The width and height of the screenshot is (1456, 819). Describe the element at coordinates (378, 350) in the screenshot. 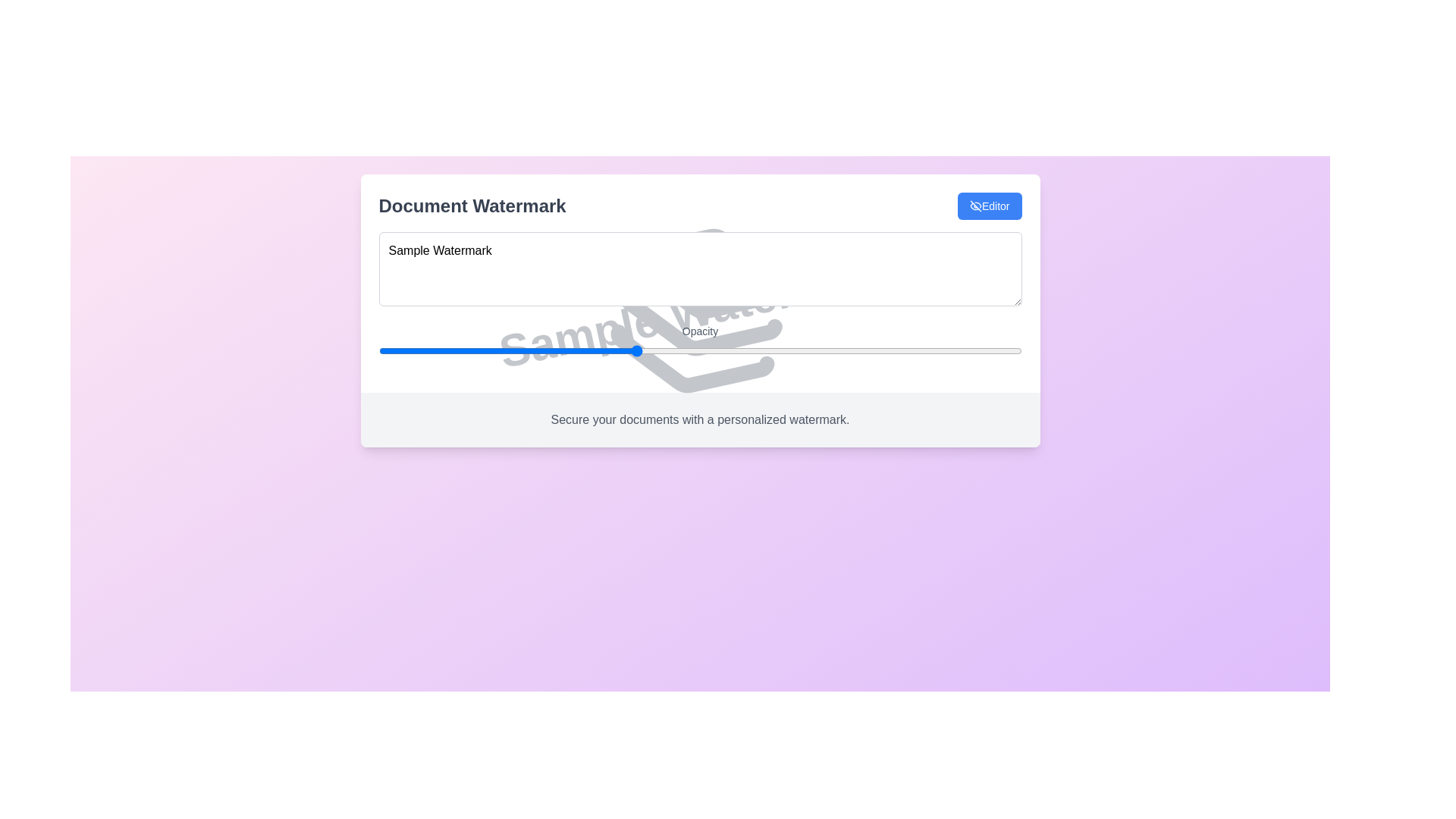

I see `opacity` at that location.